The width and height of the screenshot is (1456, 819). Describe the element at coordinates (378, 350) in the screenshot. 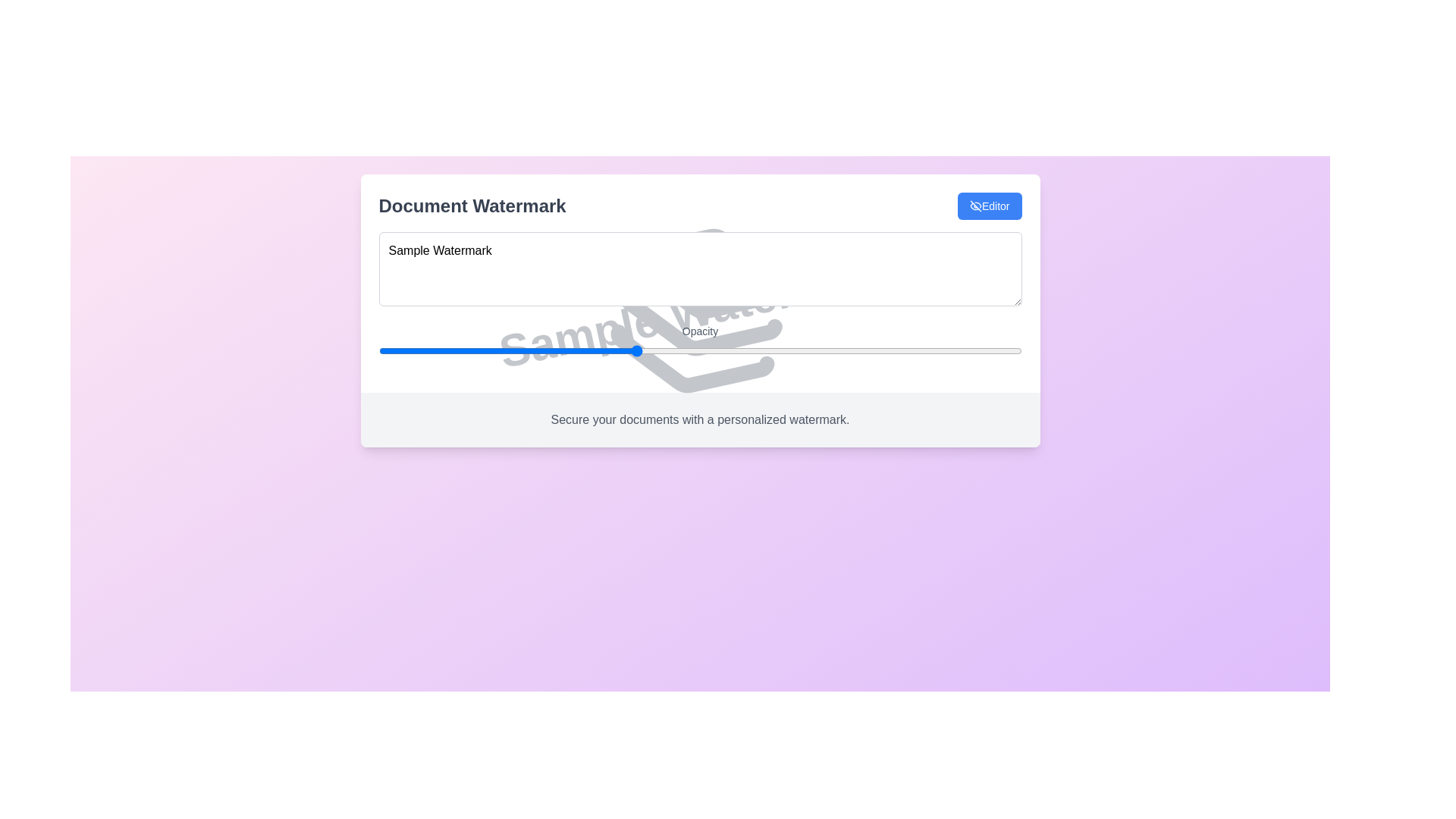

I see `opacity` at that location.